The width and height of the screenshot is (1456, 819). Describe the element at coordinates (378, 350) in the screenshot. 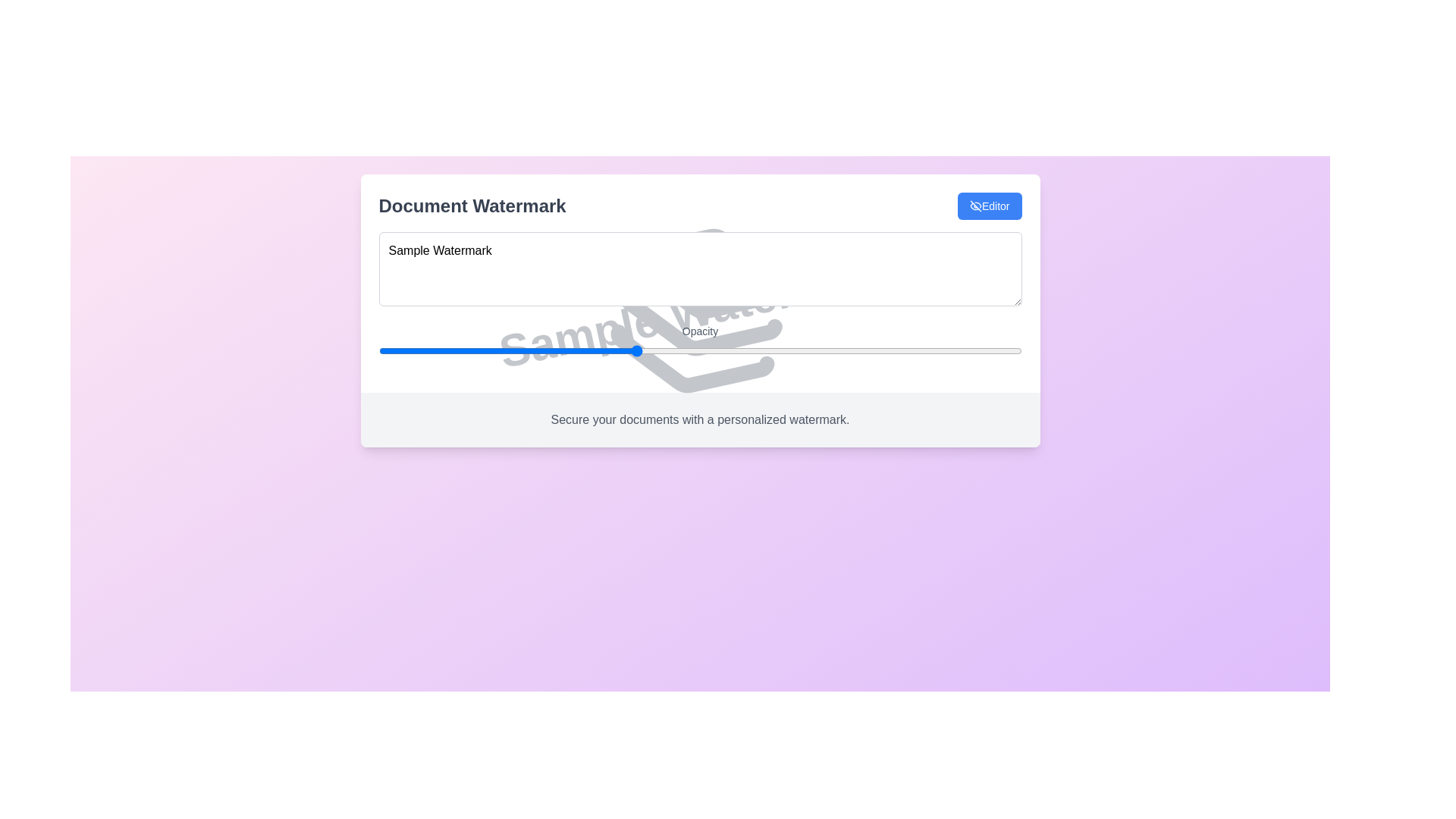

I see `opacity` at that location.